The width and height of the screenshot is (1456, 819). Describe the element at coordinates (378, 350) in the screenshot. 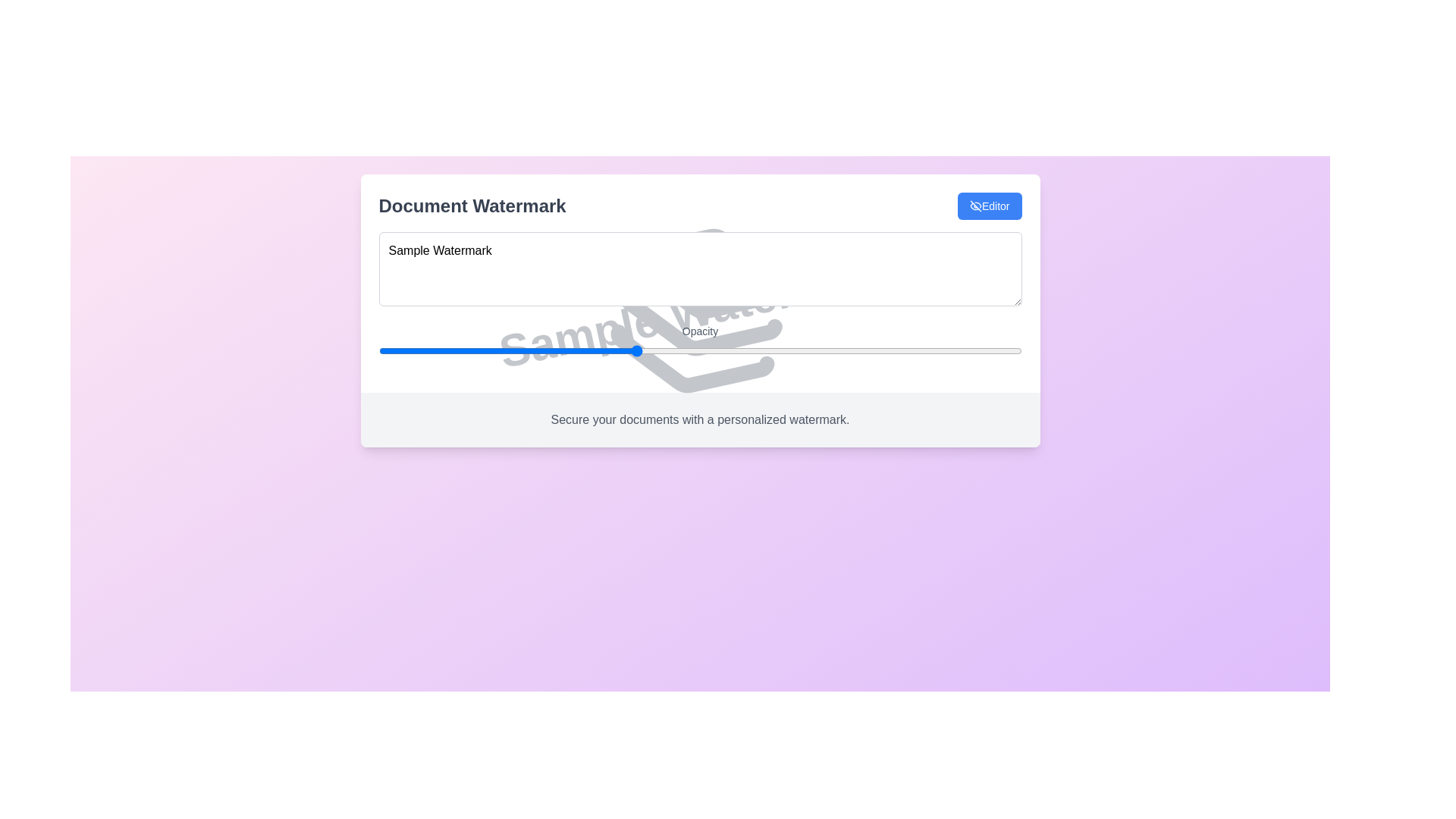

I see `opacity` at that location.